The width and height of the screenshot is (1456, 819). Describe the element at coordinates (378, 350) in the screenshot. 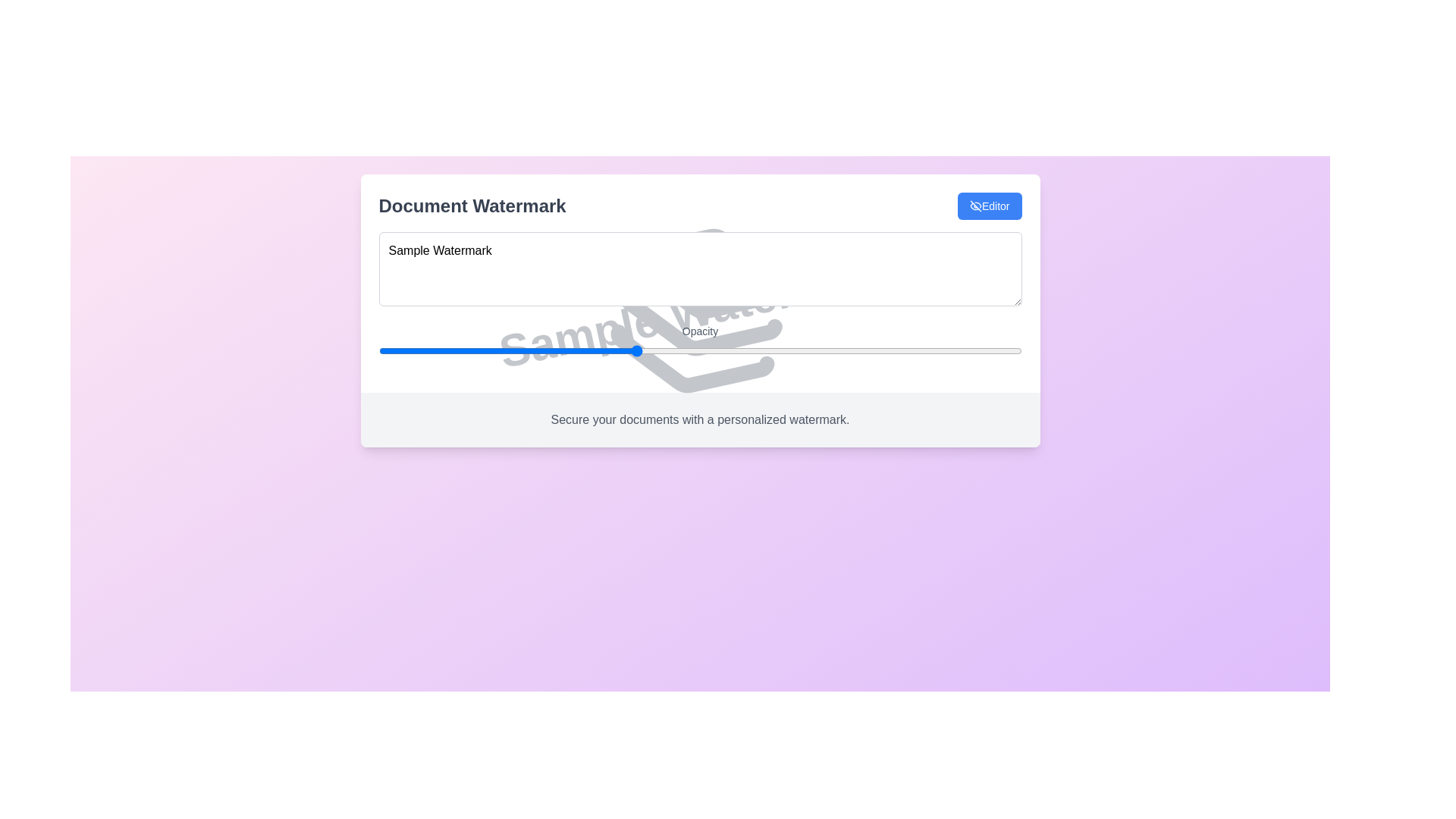

I see `opacity` at that location.